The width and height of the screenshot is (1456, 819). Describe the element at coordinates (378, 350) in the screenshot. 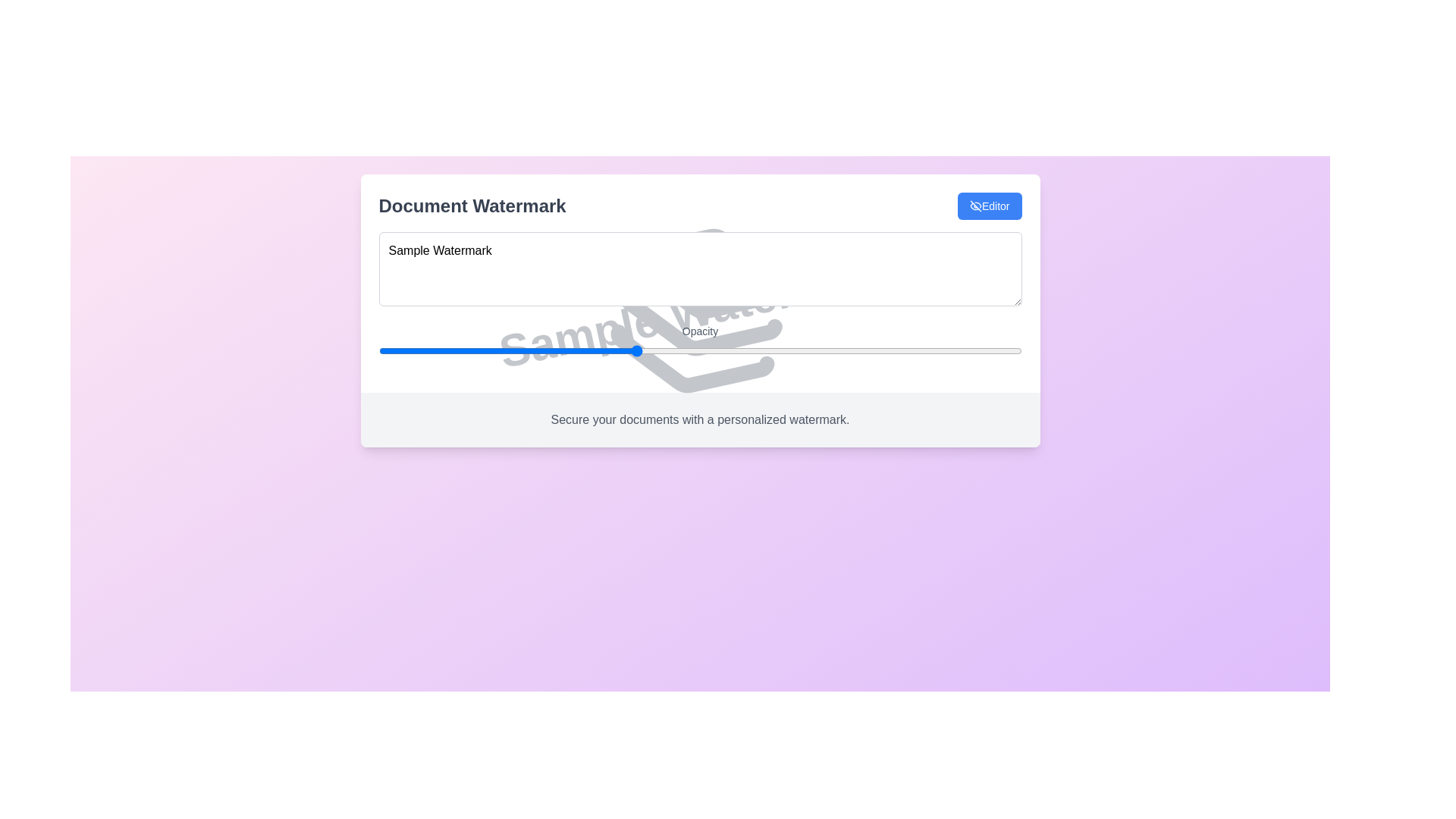

I see `opacity` at that location.